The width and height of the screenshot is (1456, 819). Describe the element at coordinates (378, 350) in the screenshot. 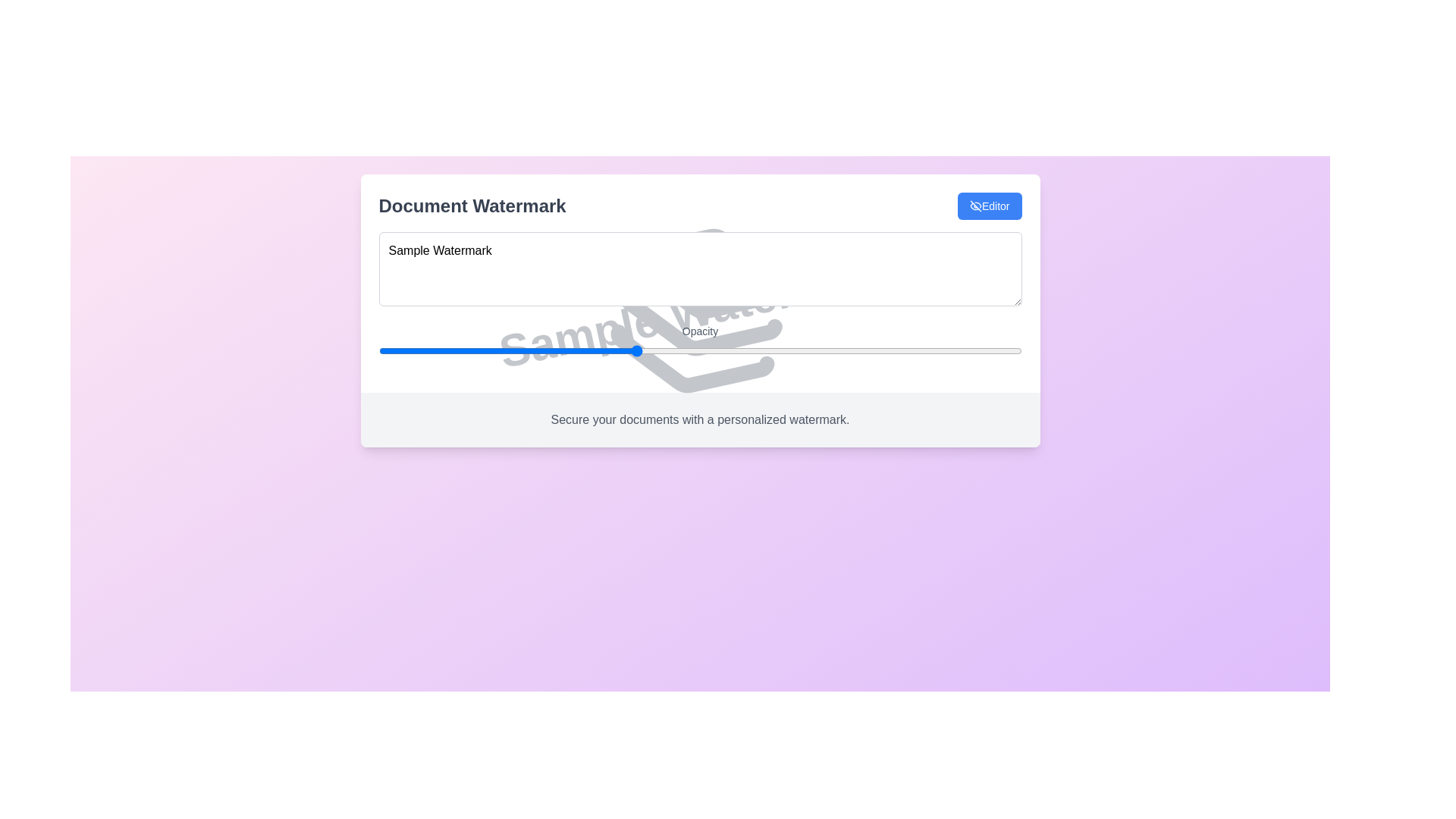

I see `opacity` at that location.